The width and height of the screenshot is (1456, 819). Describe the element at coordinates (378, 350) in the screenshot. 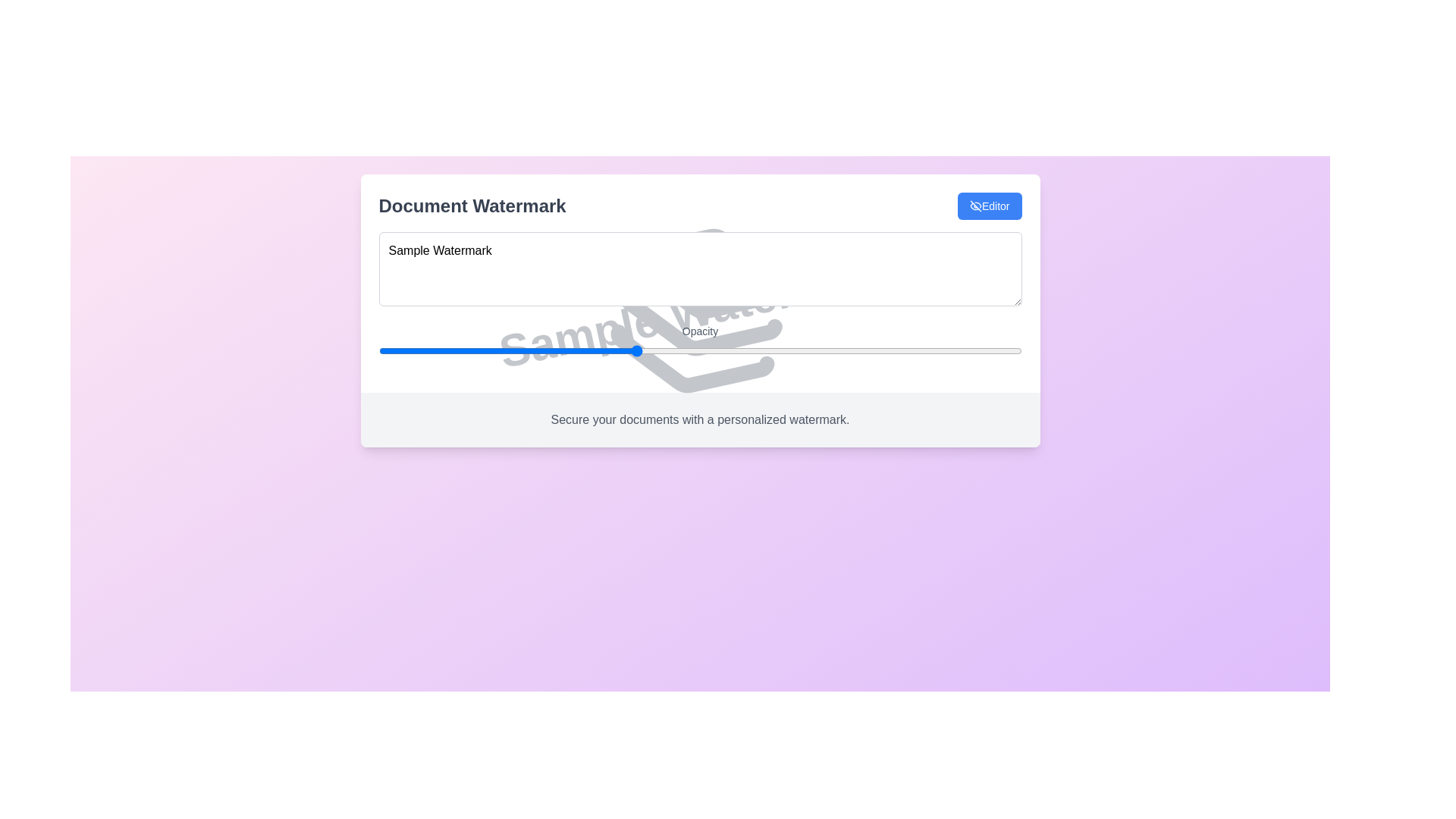

I see `opacity` at that location.